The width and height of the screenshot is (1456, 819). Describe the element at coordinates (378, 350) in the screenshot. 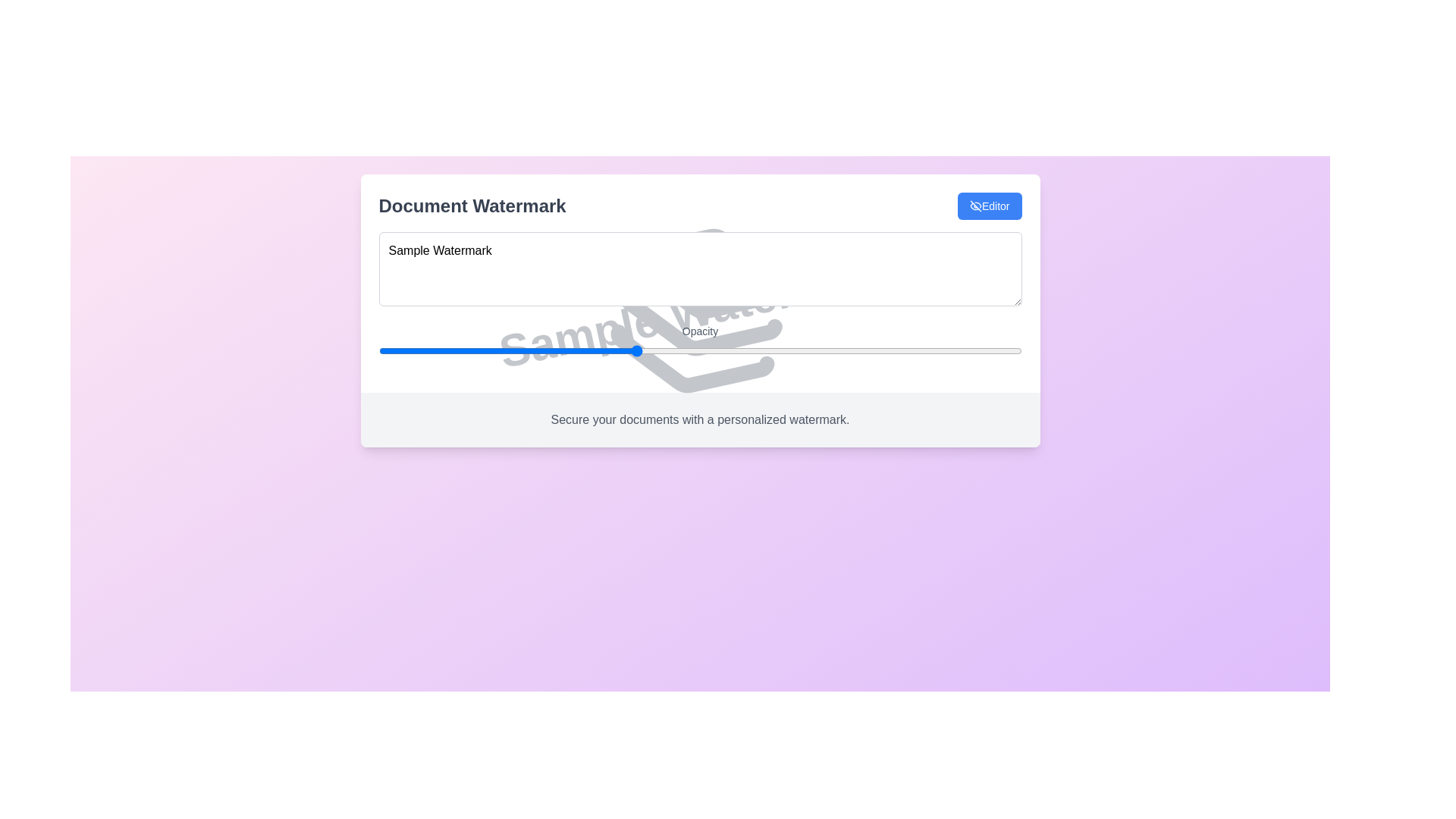

I see `opacity` at that location.